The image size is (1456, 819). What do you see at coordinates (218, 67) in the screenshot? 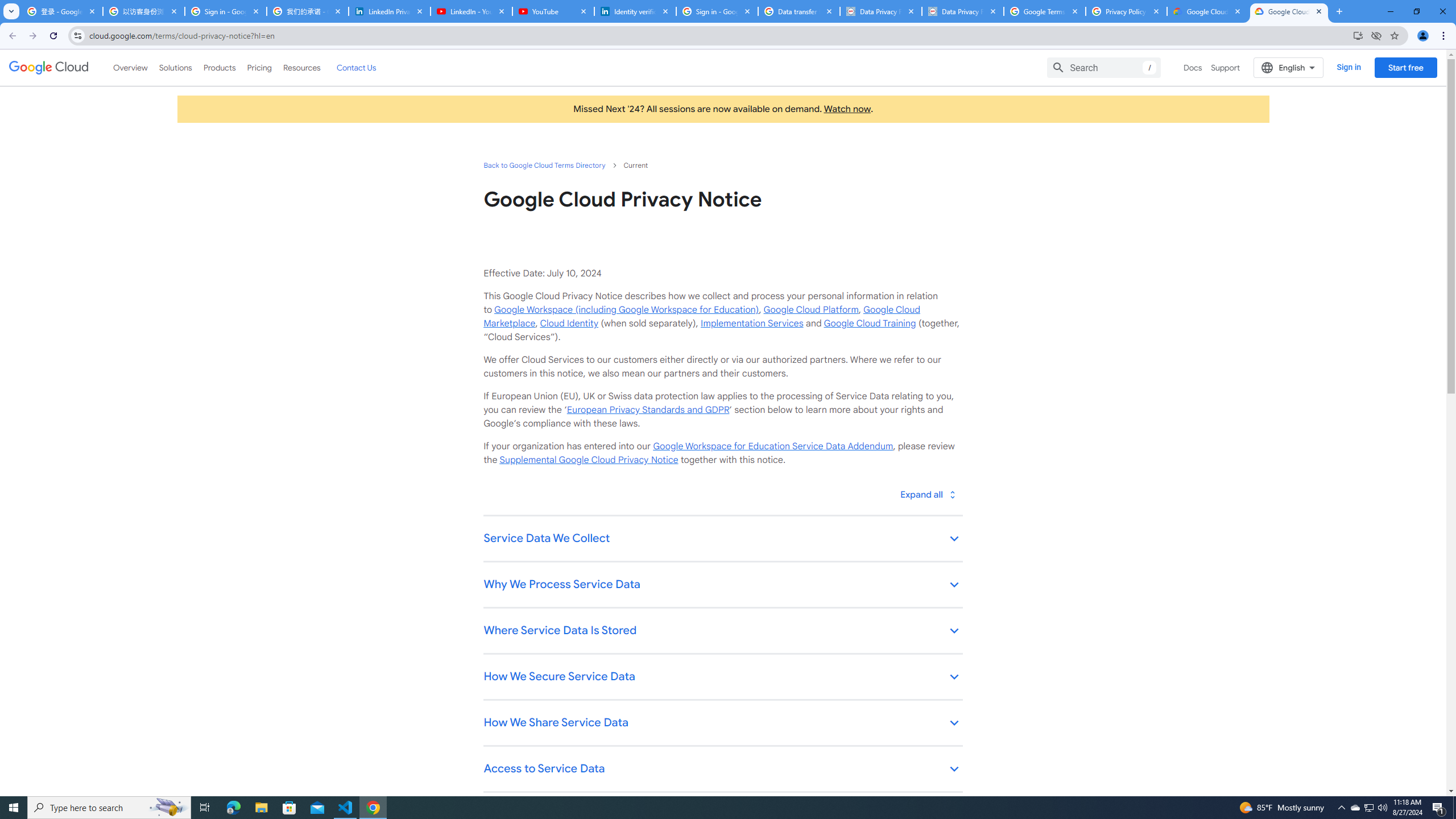
I see `'Products'` at bounding box center [218, 67].